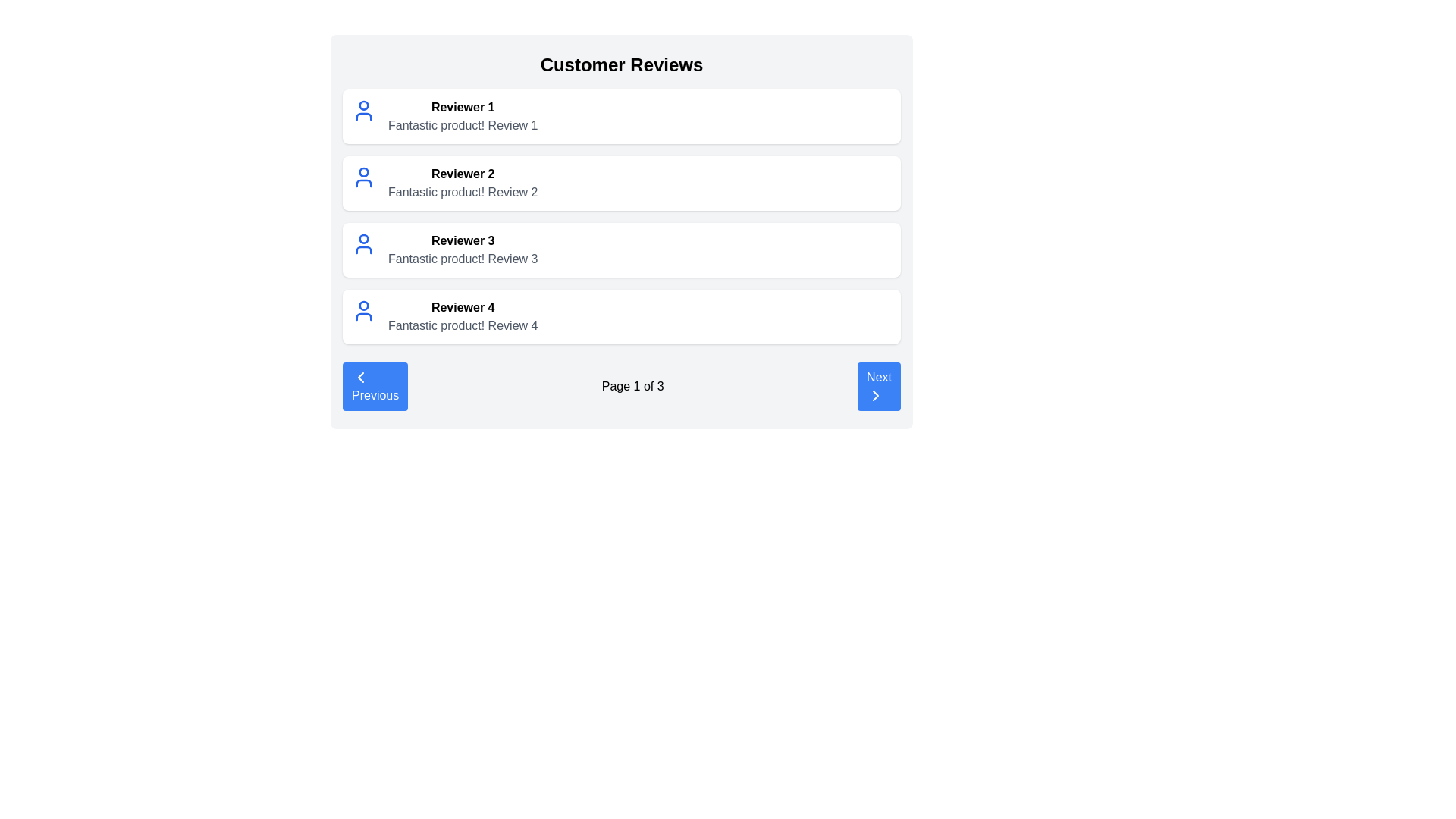 The image size is (1456, 819). Describe the element at coordinates (364, 243) in the screenshot. I see `the icon representing 'Reviewer 3' located in the review block, positioned to the left of the text 'Reviewer 3 Fantastic product! Review 3'` at that location.